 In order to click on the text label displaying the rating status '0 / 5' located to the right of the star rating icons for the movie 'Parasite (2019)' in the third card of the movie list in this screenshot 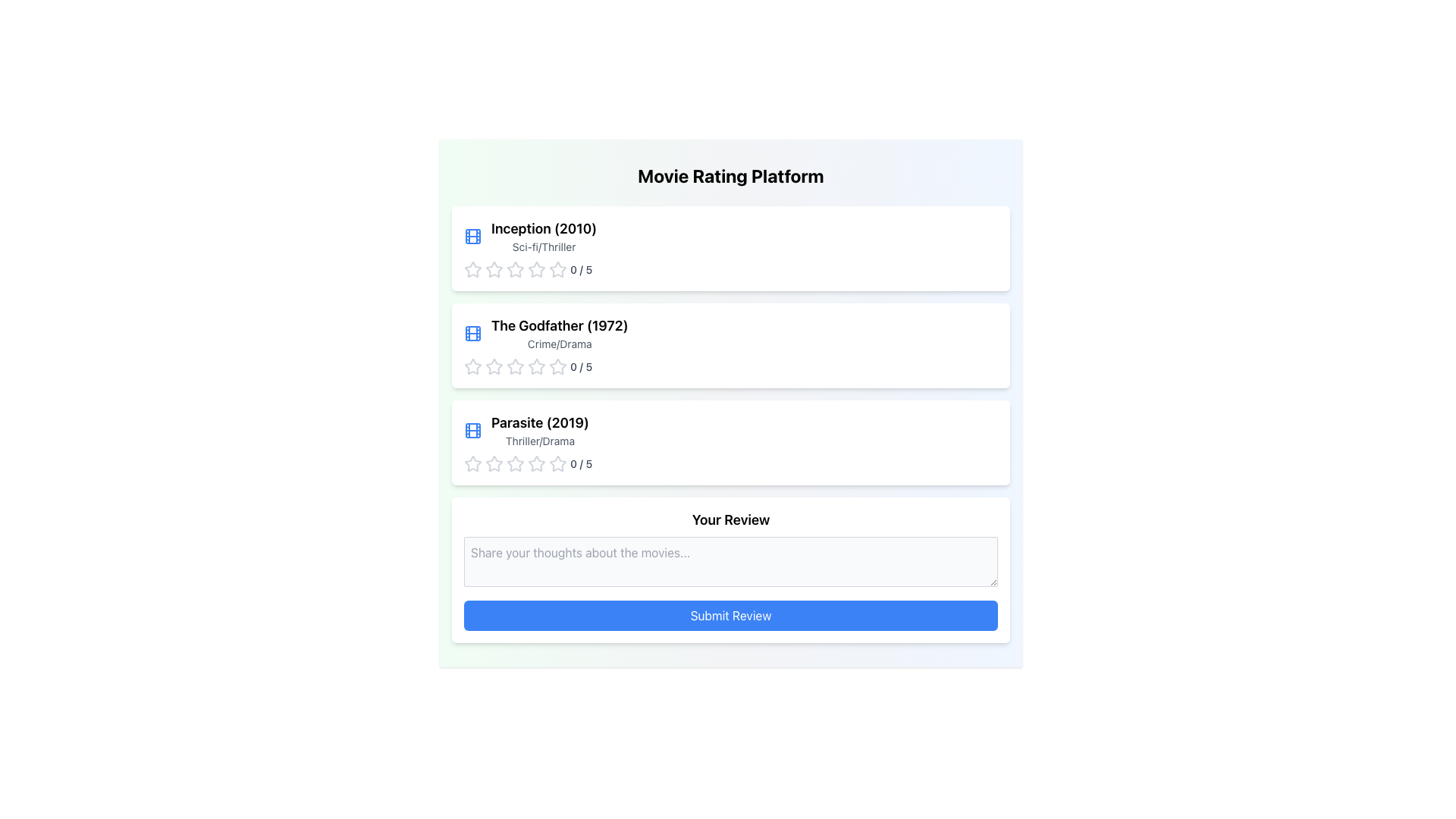, I will do `click(580, 463)`.